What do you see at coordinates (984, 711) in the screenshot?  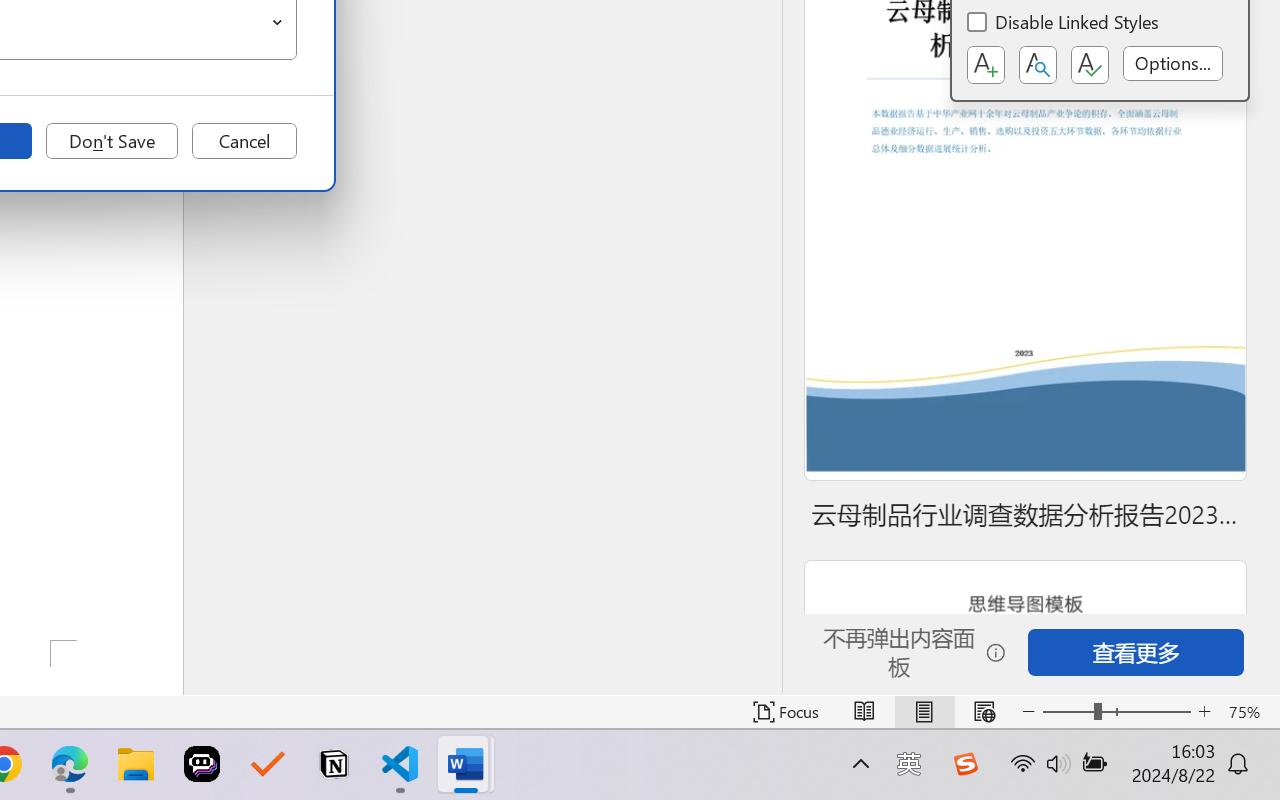 I see `'Web Layout'` at bounding box center [984, 711].